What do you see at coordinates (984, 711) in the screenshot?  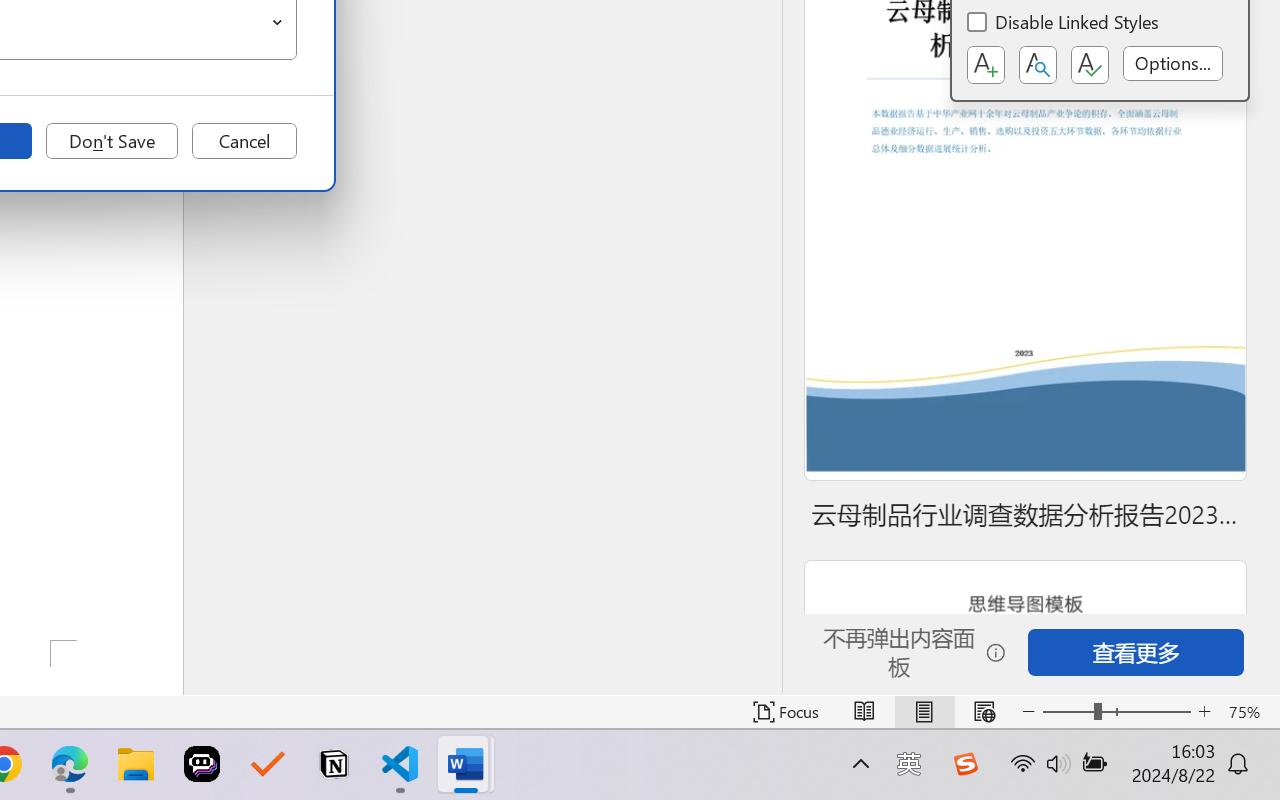 I see `'Web Layout'` at bounding box center [984, 711].